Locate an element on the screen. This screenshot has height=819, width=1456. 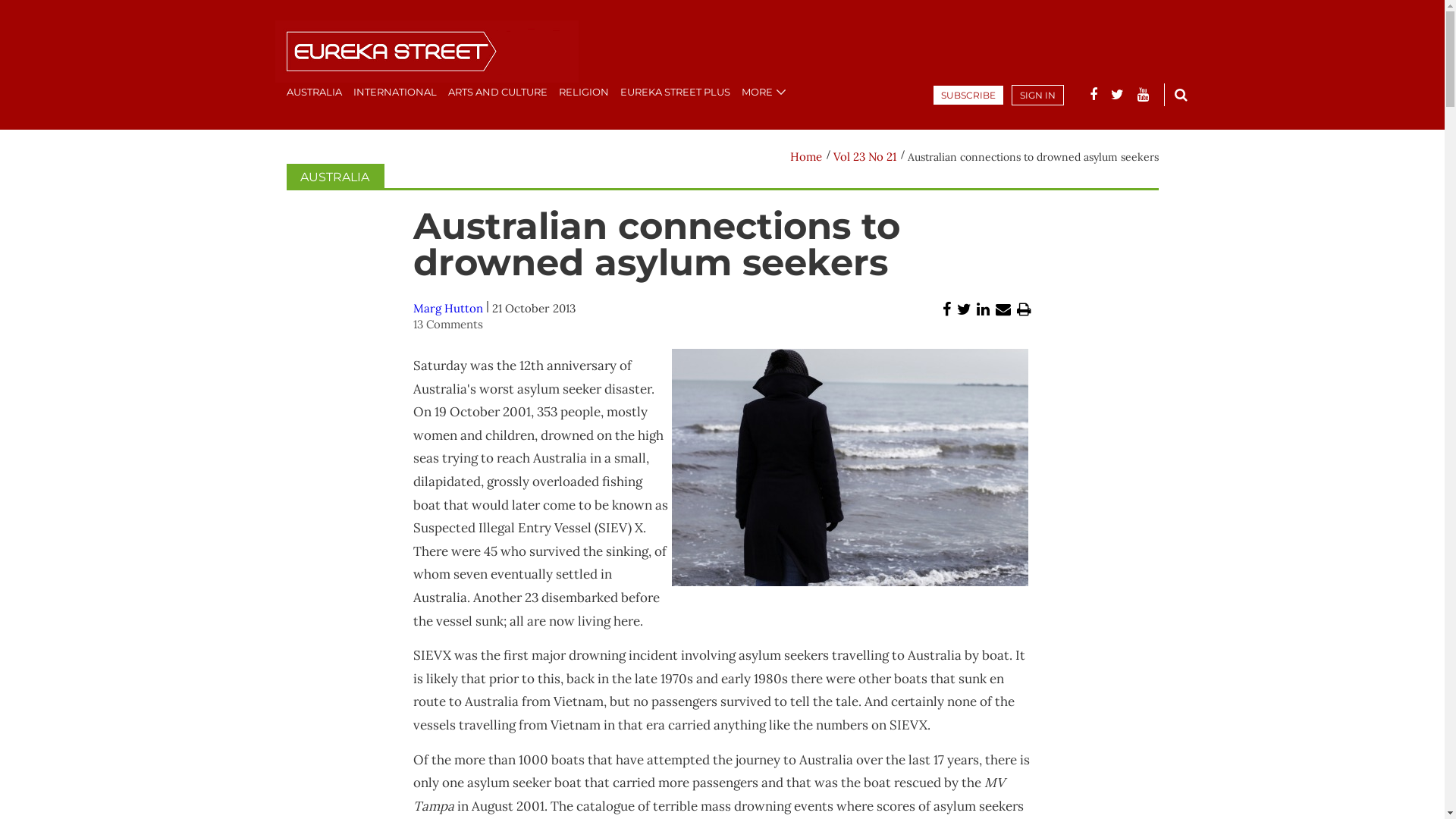
'Home' is located at coordinates (789, 156).